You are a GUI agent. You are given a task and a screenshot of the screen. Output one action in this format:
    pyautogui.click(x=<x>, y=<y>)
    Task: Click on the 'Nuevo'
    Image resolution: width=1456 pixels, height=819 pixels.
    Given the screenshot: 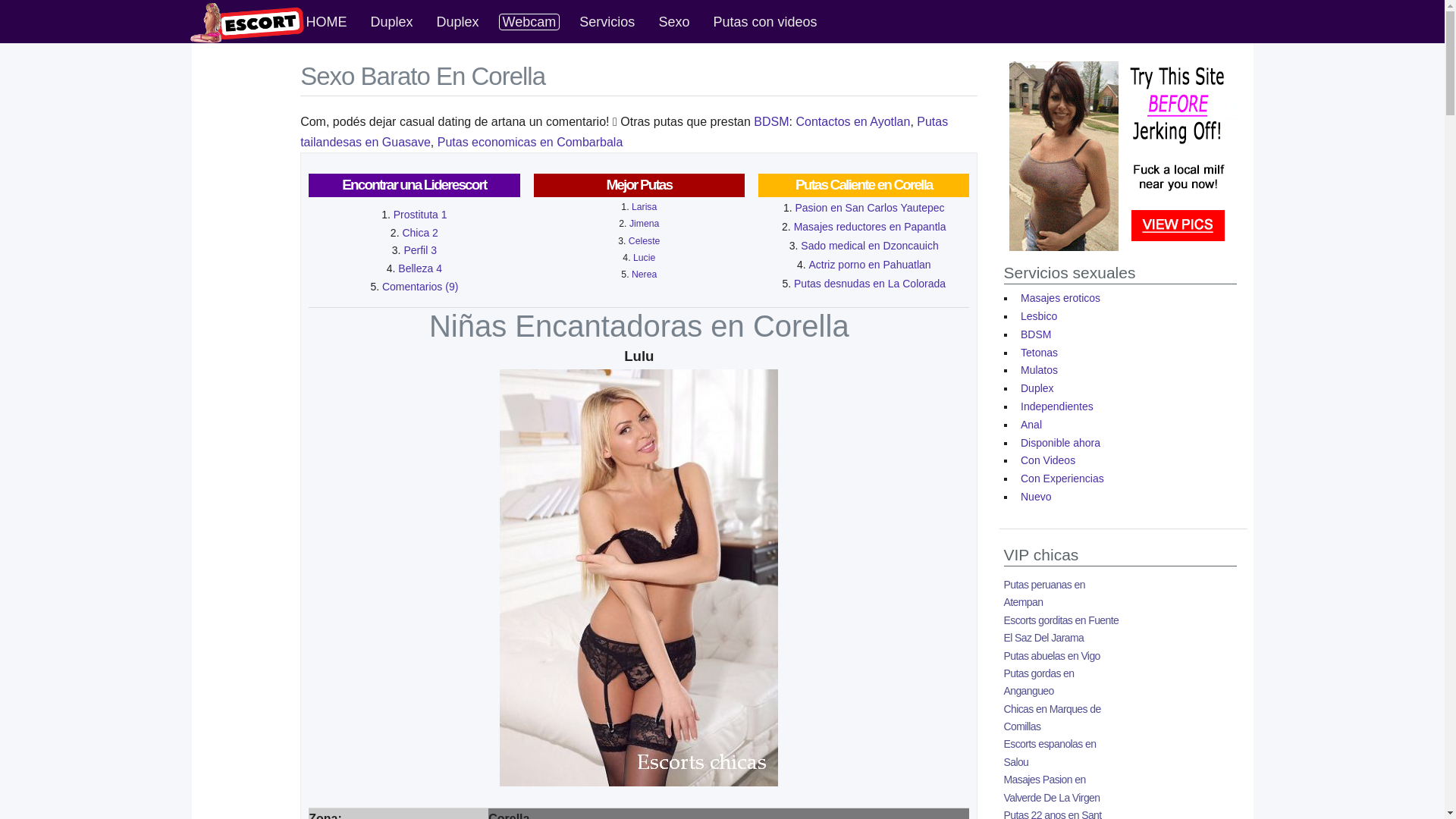 What is the action you would take?
    pyautogui.click(x=1034, y=497)
    